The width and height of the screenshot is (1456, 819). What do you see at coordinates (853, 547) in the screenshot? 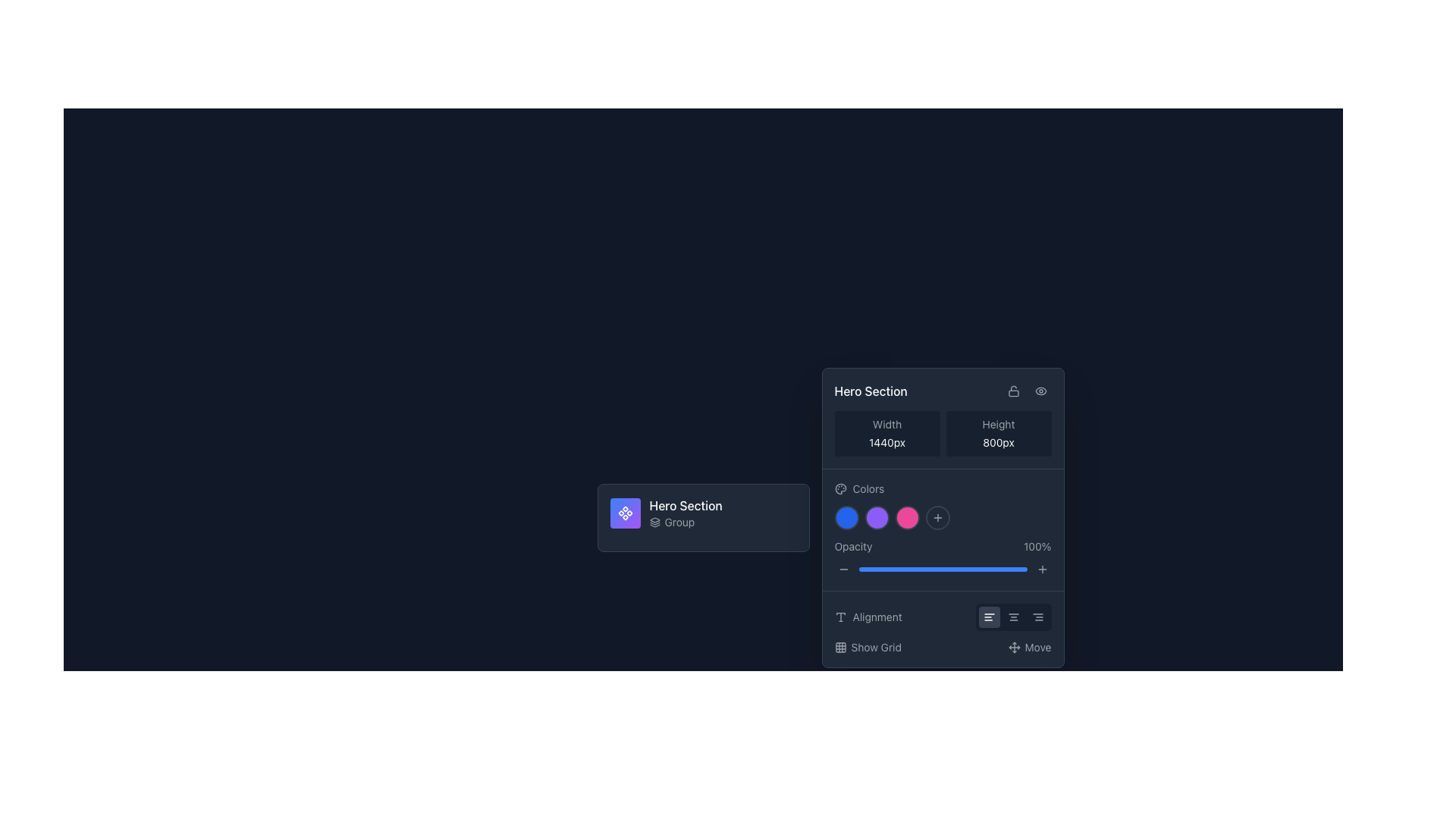
I see `the text label displaying 'Opacity' in the 'Hero Section' settings panel, which is styled in a small, light gray font and precedes the '100%' percentage value` at bounding box center [853, 547].